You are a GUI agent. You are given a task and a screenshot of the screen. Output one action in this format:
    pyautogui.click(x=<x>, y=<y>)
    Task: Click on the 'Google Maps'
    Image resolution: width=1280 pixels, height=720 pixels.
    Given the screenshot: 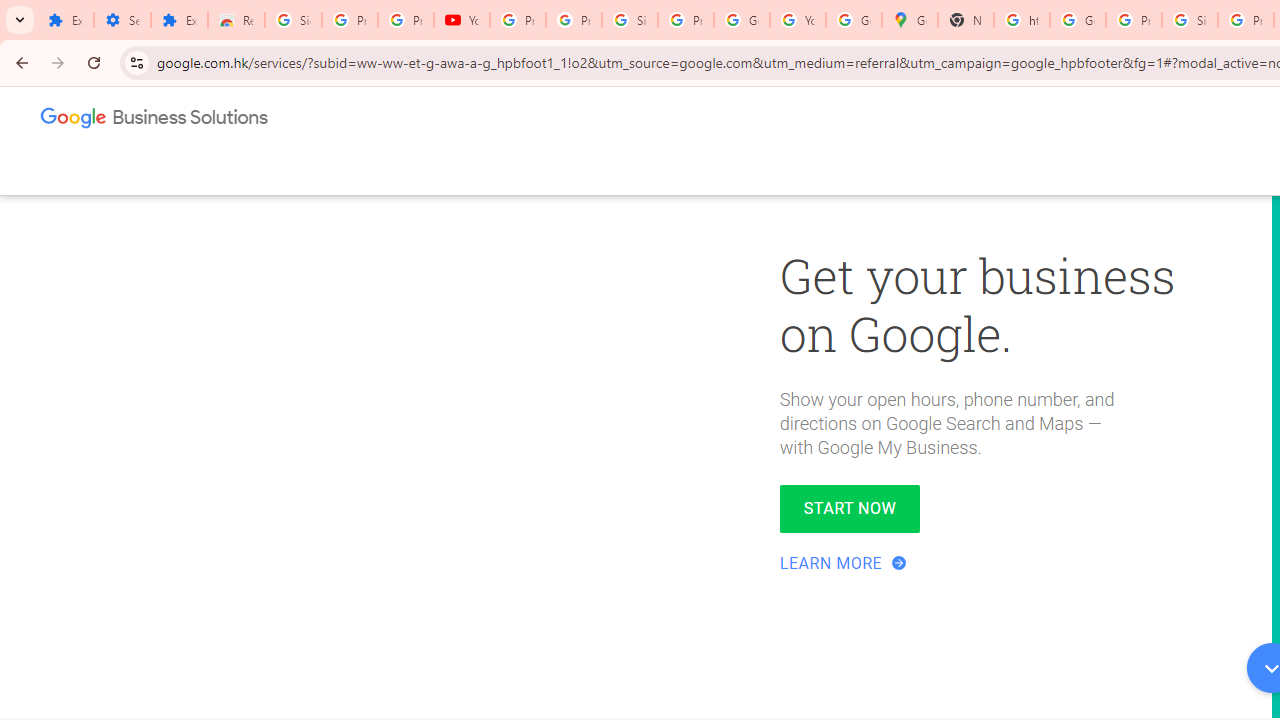 What is the action you would take?
    pyautogui.click(x=909, y=20)
    